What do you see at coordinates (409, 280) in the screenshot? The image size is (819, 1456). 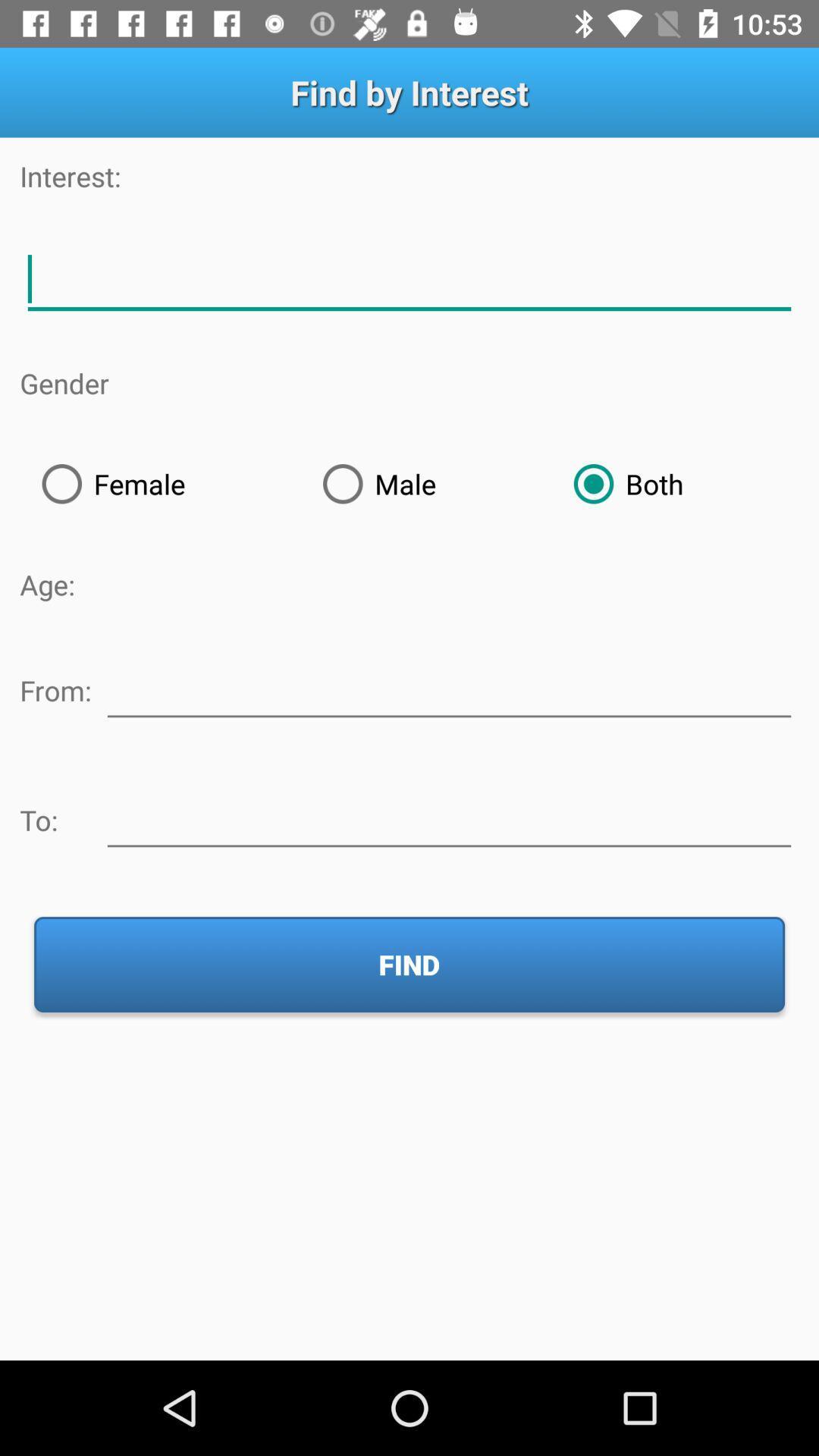 I see `text adding option` at bounding box center [409, 280].